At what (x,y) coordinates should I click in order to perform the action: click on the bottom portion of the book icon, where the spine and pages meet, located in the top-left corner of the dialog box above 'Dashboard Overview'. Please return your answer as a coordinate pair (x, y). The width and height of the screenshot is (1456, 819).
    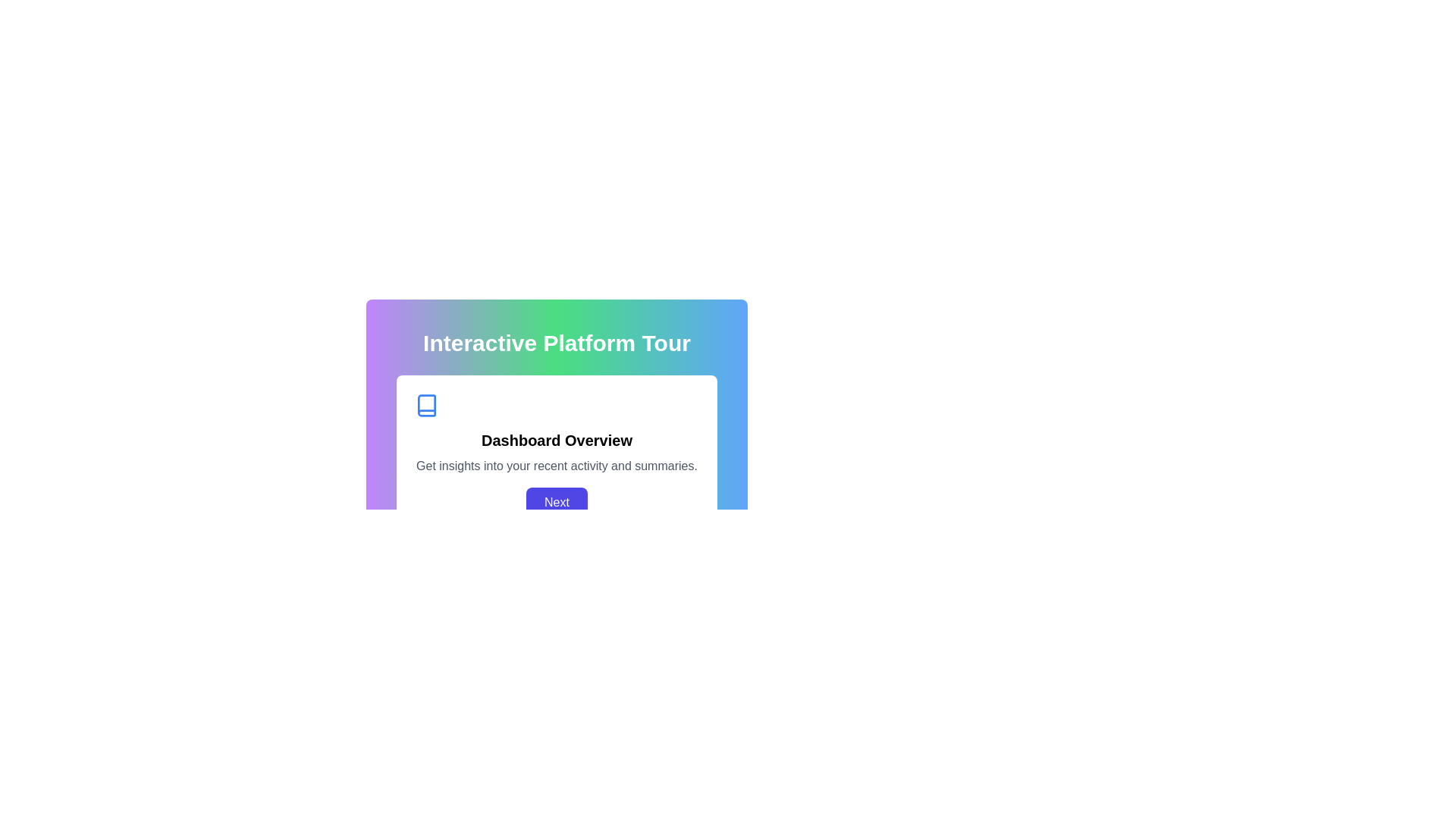
    Looking at the image, I should click on (425, 405).